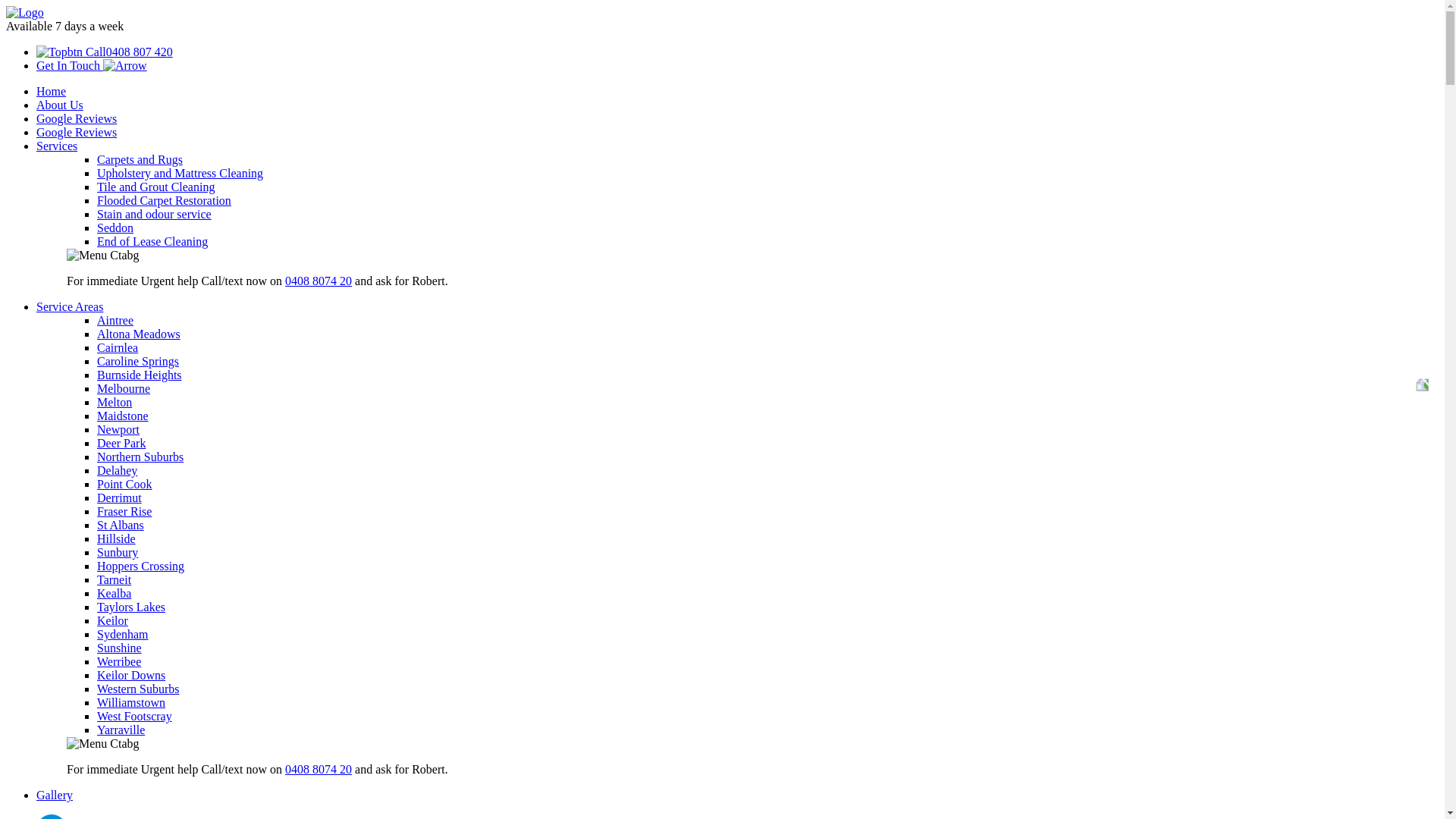  What do you see at coordinates (36, 131) in the screenshot?
I see `'Google Reviews'` at bounding box center [36, 131].